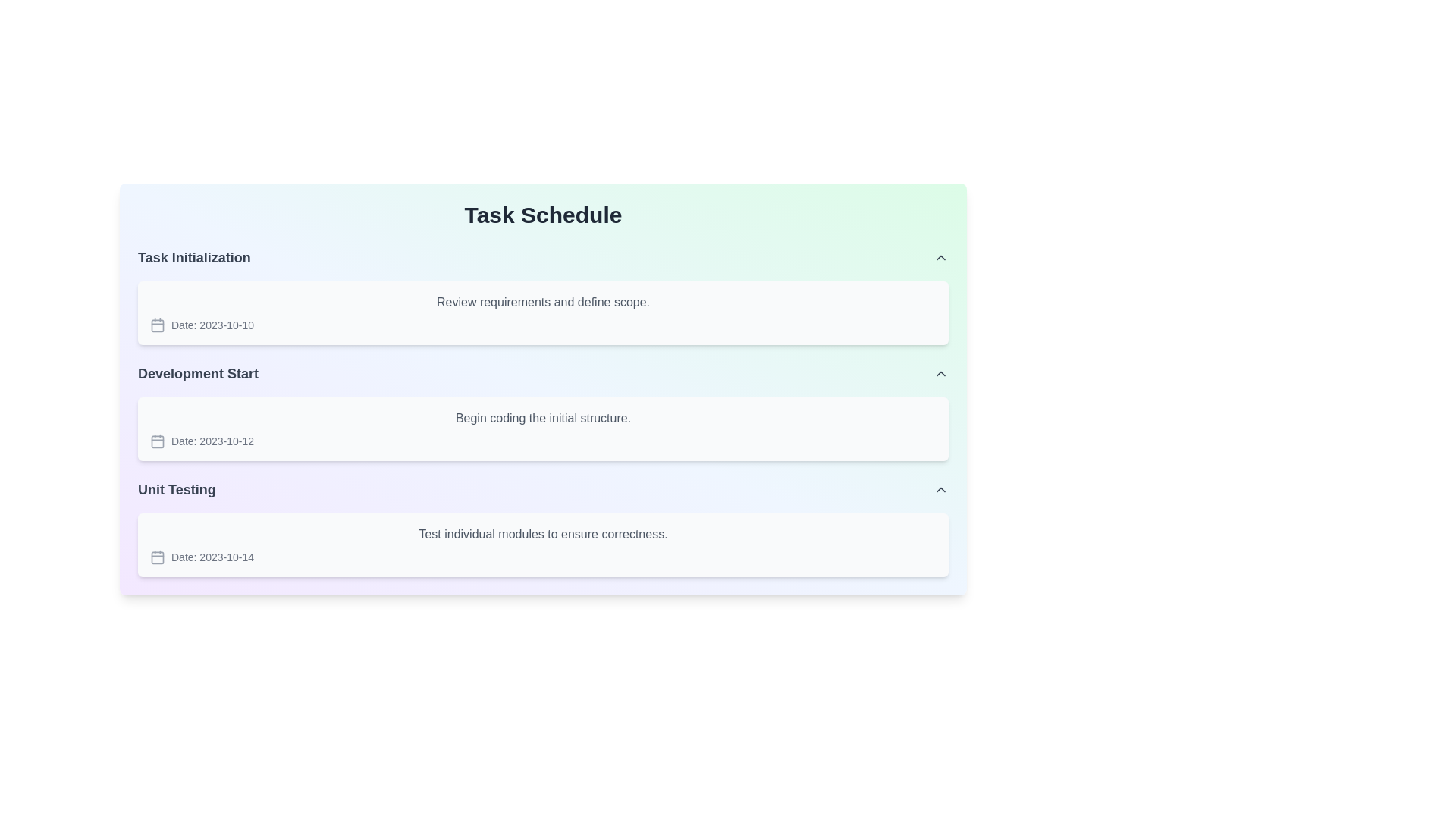  Describe the element at coordinates (940, 374) in the screenshot. I see `the upward-pointing chevron icon button in the 'Development Start' section header` at that location.